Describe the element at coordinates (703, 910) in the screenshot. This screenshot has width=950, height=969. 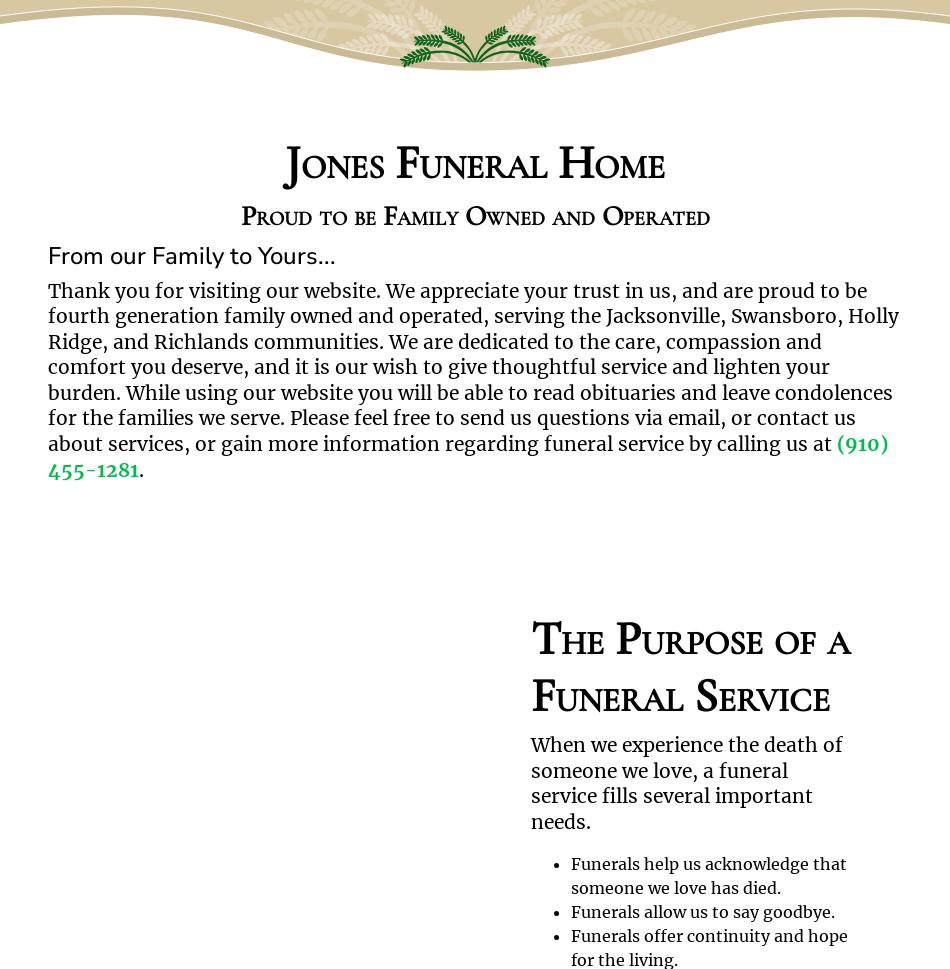
I see `'Funerals allow us to say goodbye.'` at that location.